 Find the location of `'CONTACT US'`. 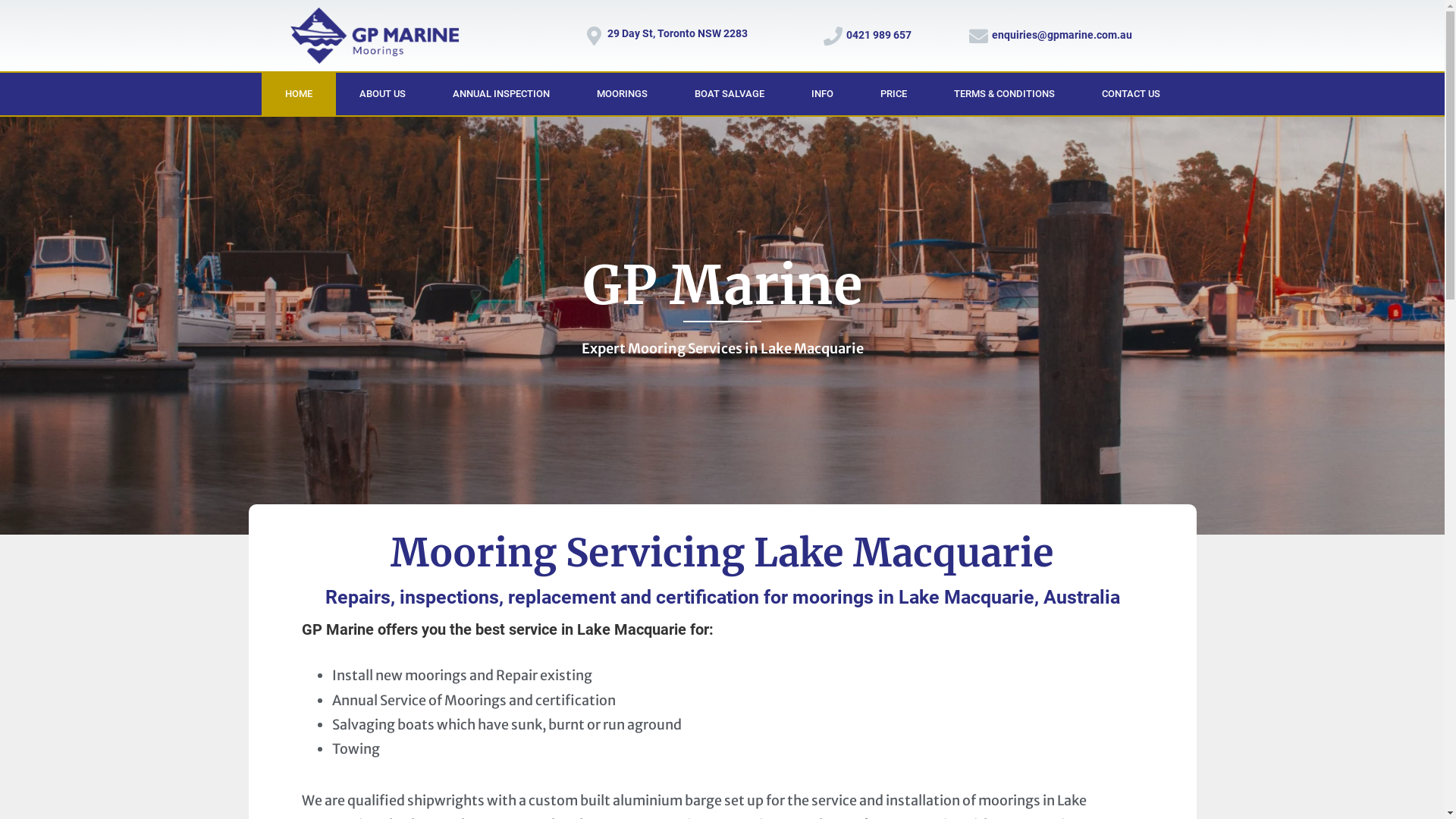

'CONTACT US' is located at coordinates (1131, 93).